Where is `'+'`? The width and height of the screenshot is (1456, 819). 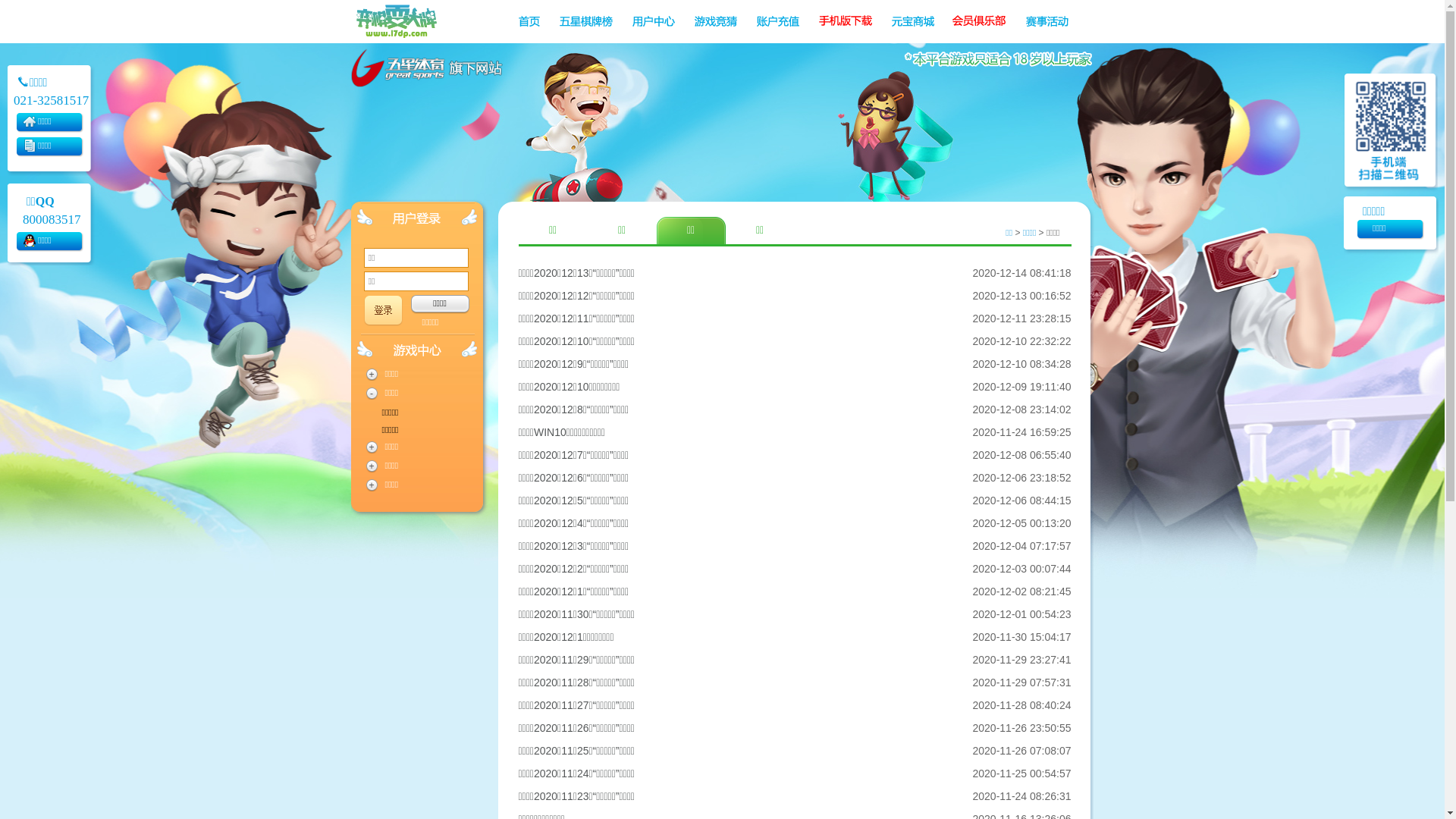
'+' is located at coordinates (371, 485).